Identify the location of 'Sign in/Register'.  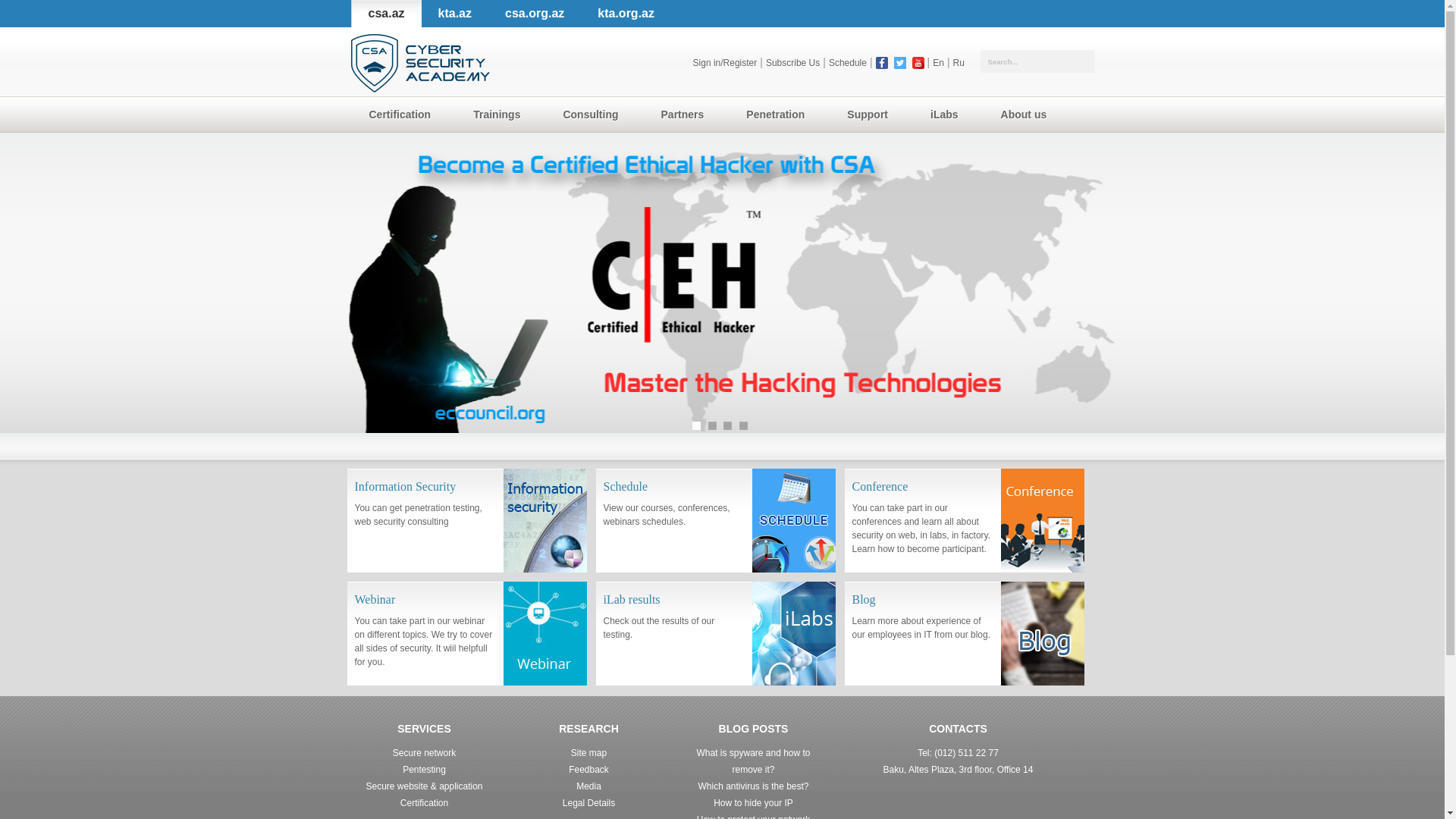
(724, 62).